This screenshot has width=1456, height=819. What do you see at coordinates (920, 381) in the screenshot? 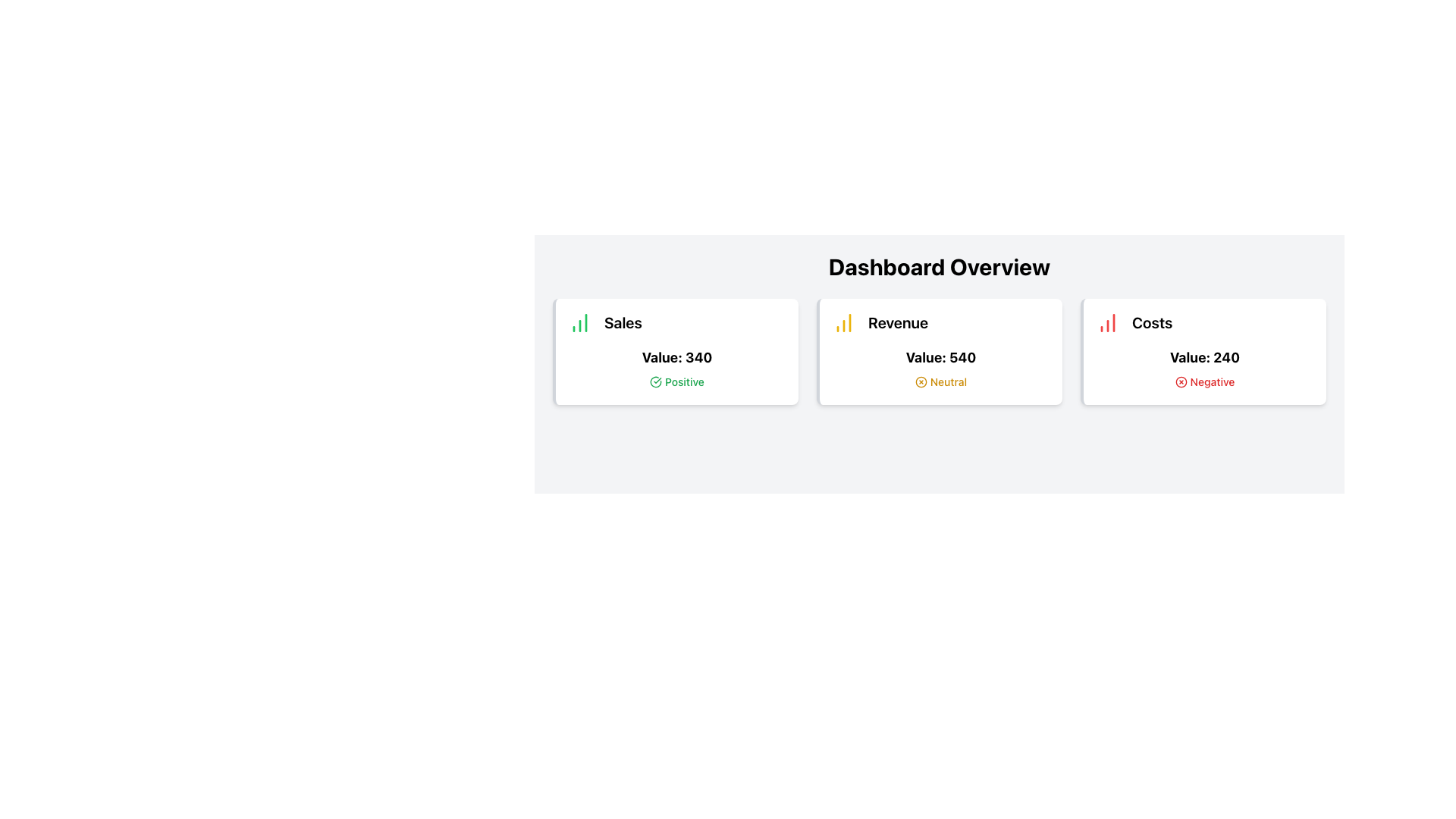
I see `the SVG circle element, which is centrally located within the 'circle-x' icon and is identifiable by its filled circular shape` at bounding box center [920, 381].